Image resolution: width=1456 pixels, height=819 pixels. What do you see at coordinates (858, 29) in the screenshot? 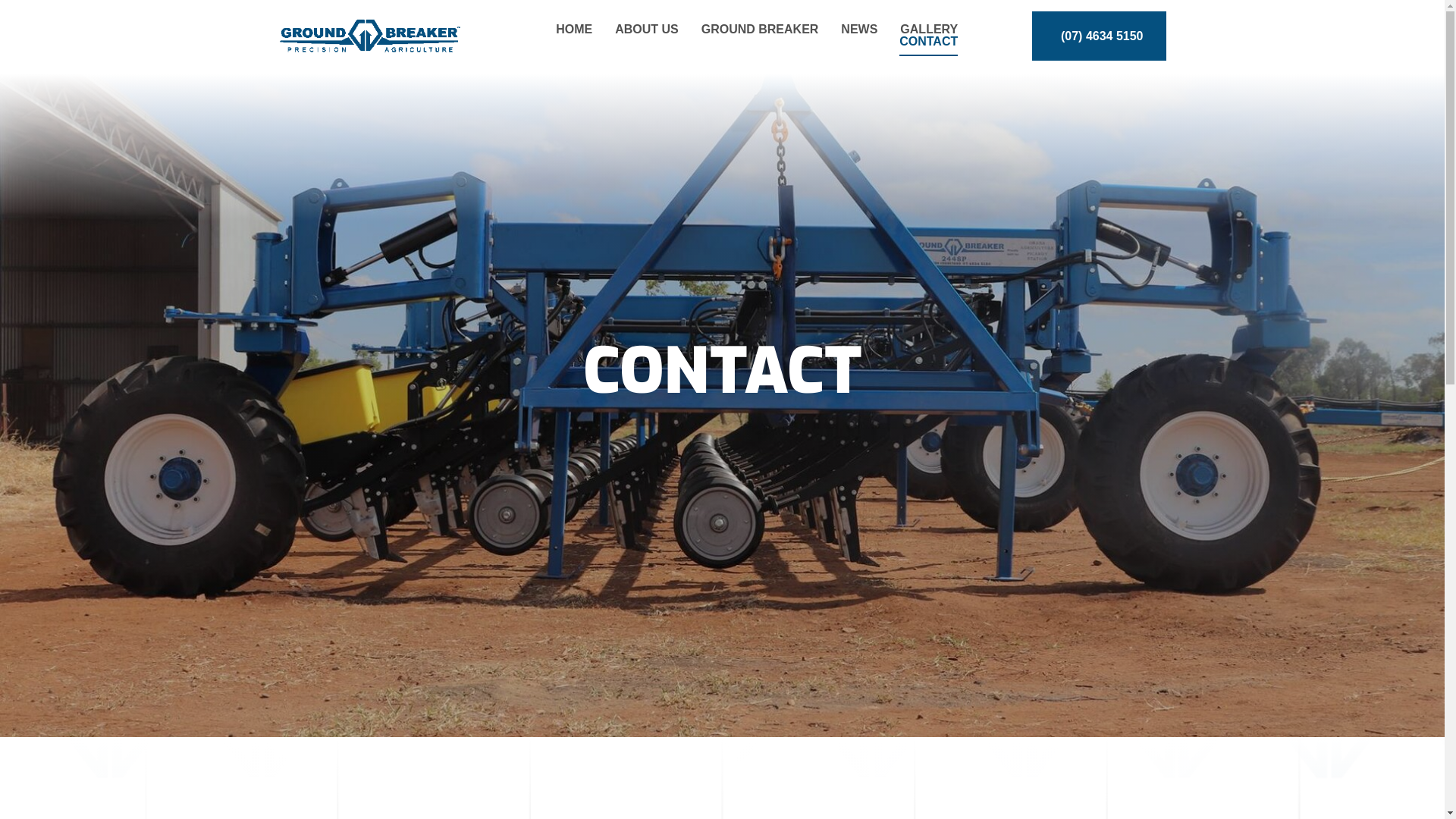
I see `'NEWS'` at bounding box center [858, 29].